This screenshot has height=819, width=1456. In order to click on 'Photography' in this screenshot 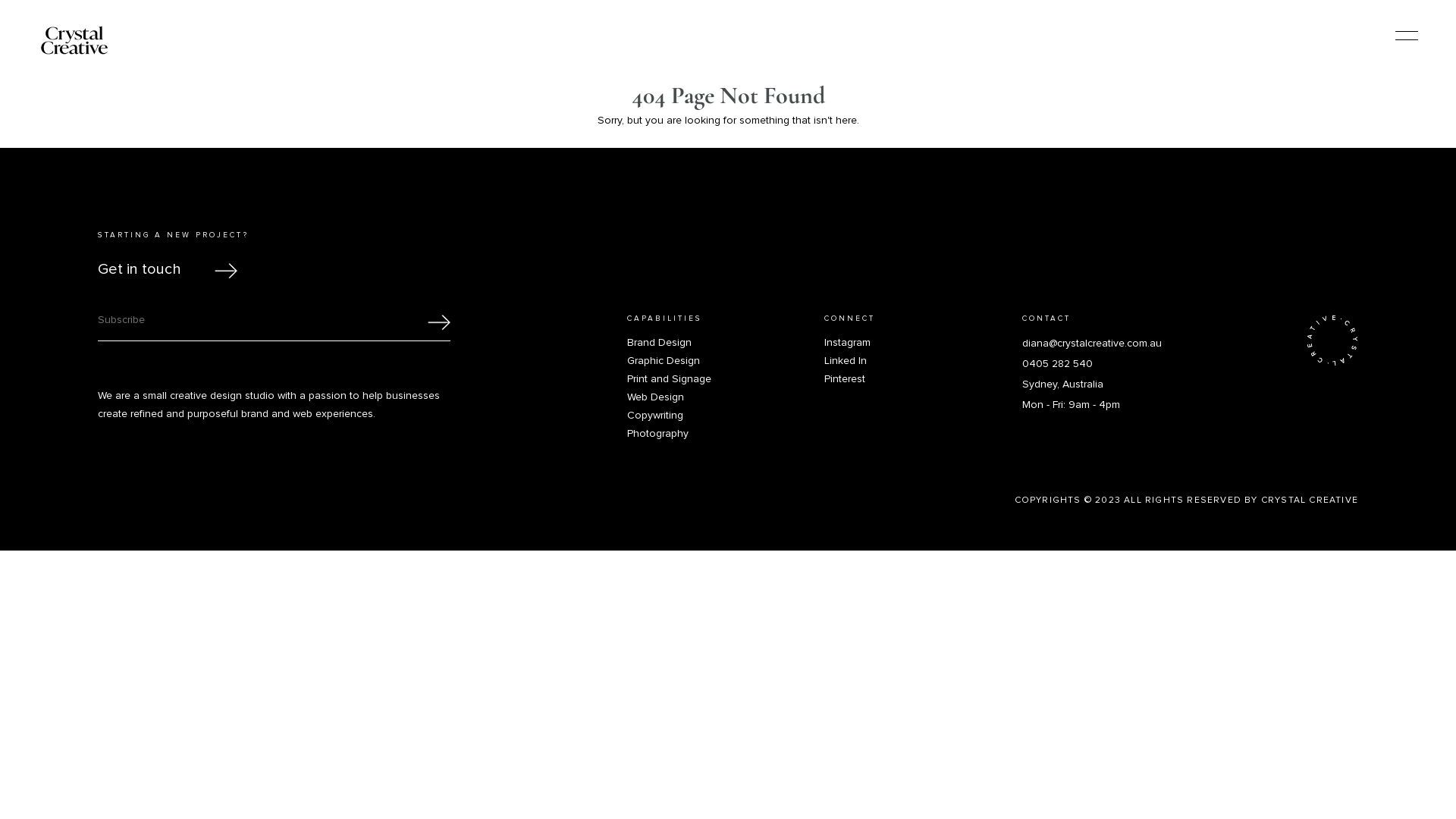, I will do `click(724, 433)`.